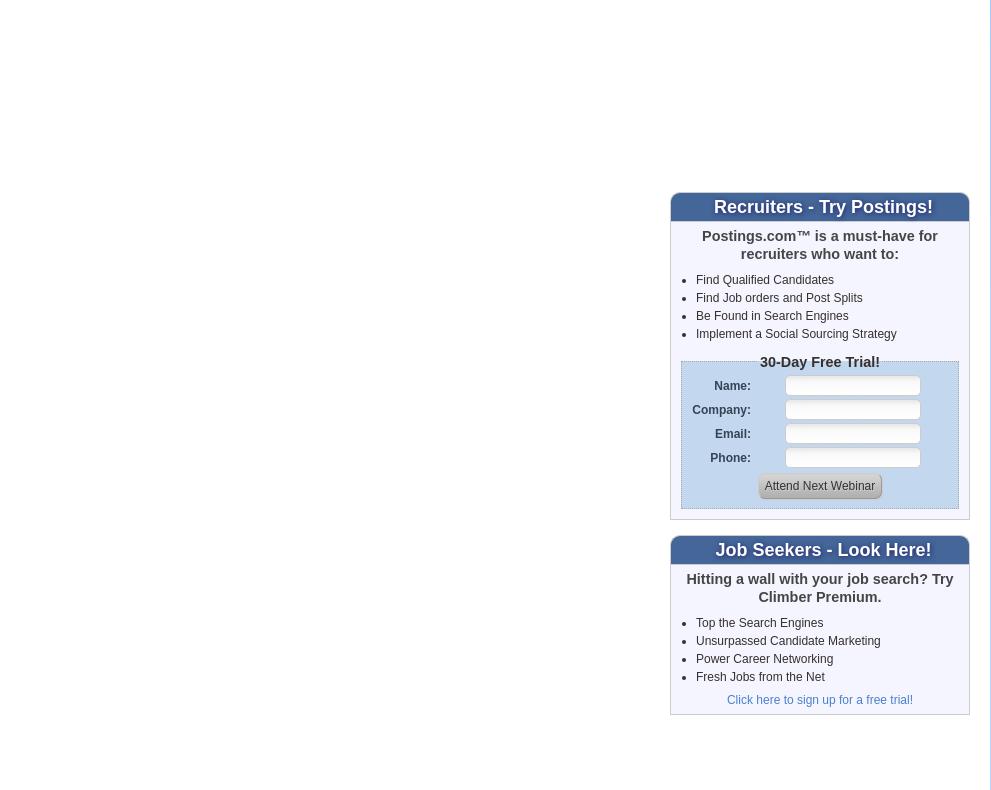  I want to click on 'Email:', so click(714, 431).